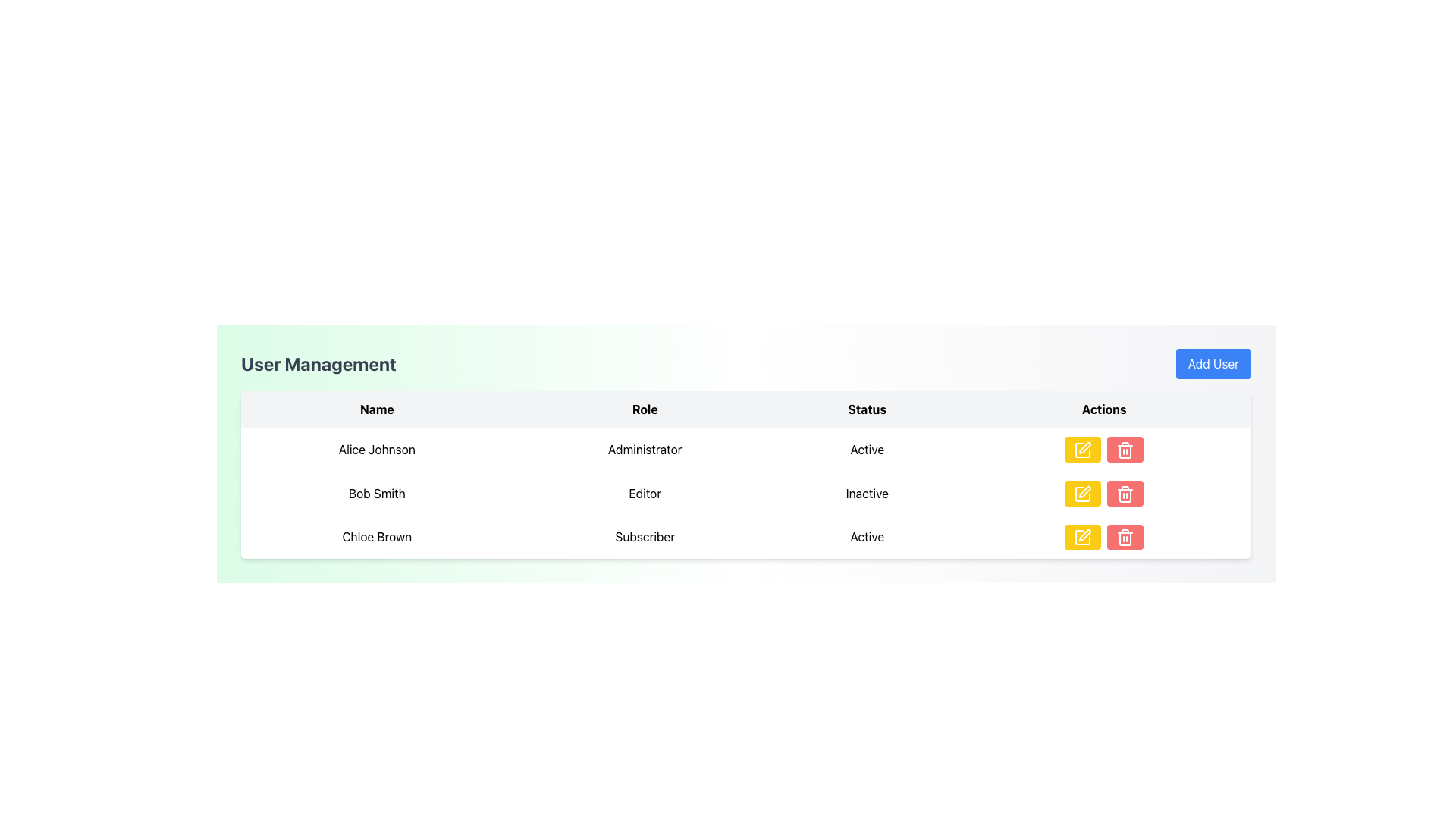  Describe the element at coordinates (1125, 494) in the screenshot. I see `the trash can icon button, which is a red circular icon with a minimalistic trash can design, located in the second row of the 'Actions' column of the table, to initiate a delete operation` at that location.